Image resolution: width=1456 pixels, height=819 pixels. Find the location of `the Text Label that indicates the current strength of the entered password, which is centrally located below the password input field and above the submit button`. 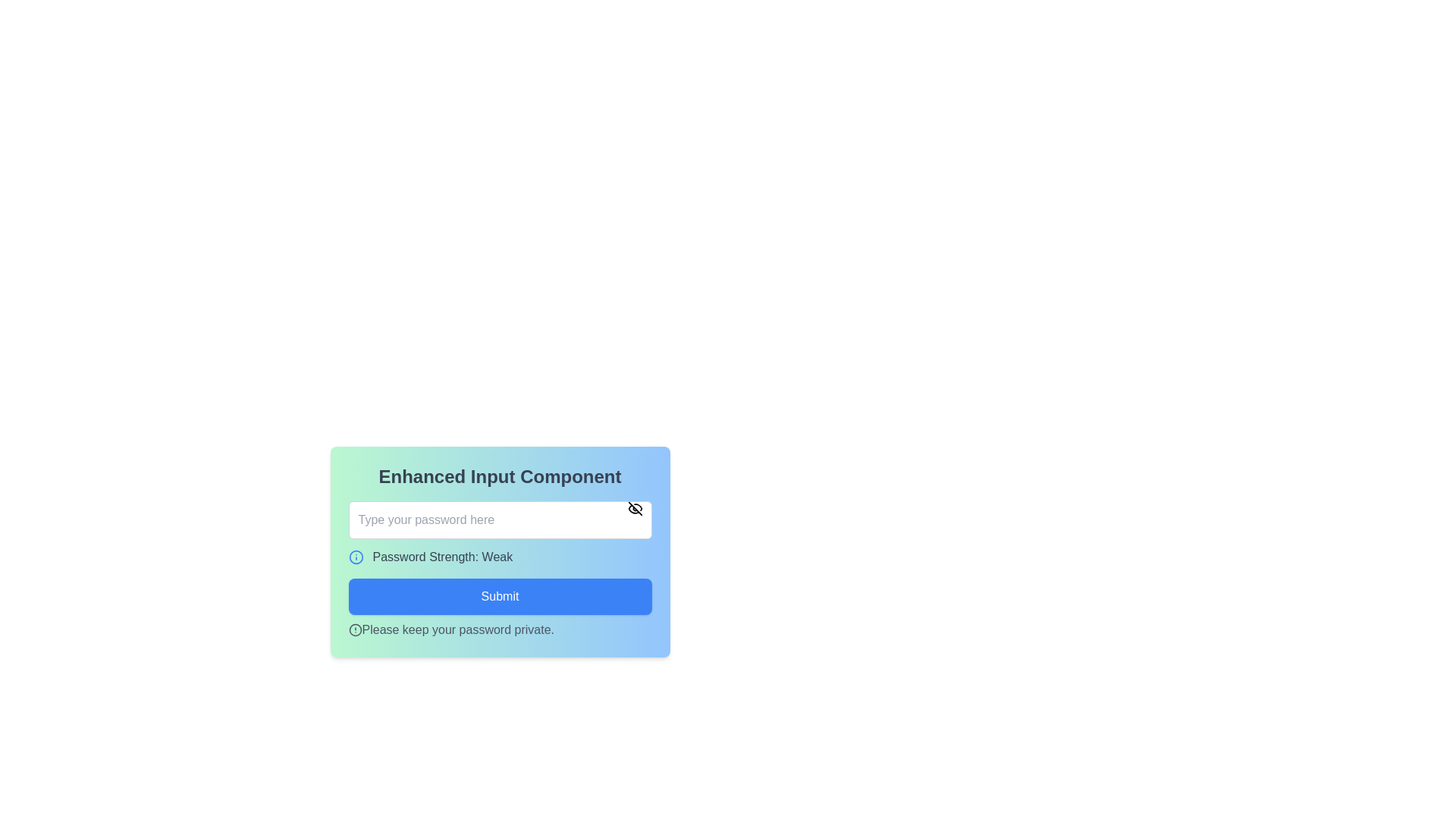

the Text Label that indicates the current strength of the entered password, which is centrally located below the password input field and above the submit button is located at coordinates (441, 557).